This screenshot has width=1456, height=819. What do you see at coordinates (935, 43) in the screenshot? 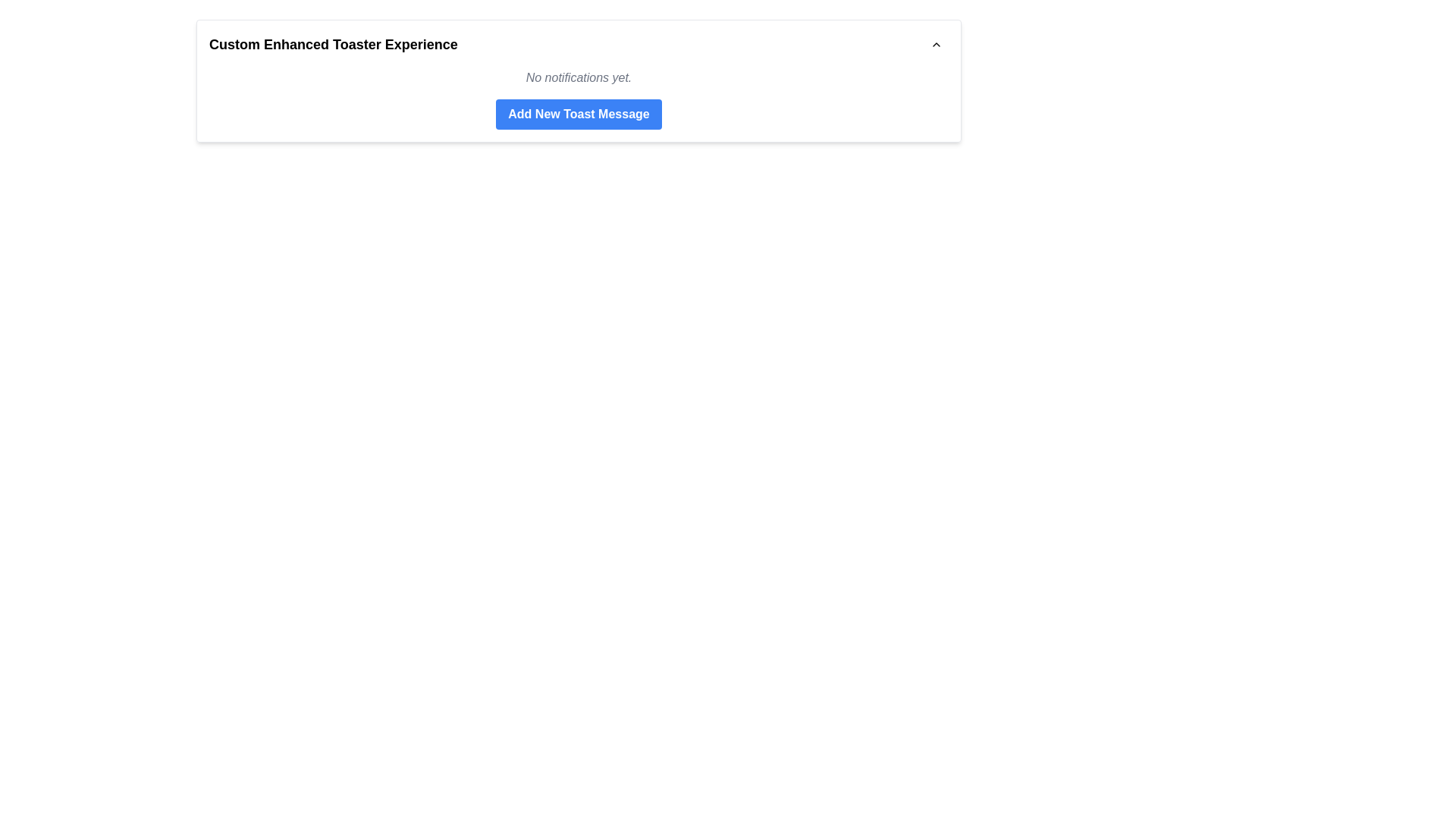
I see `the upward-pointing chevron icon located on the far right side of the header bar labeled 'Custom Enhanced Toaster Experience'` at bounding box center [935, 43].